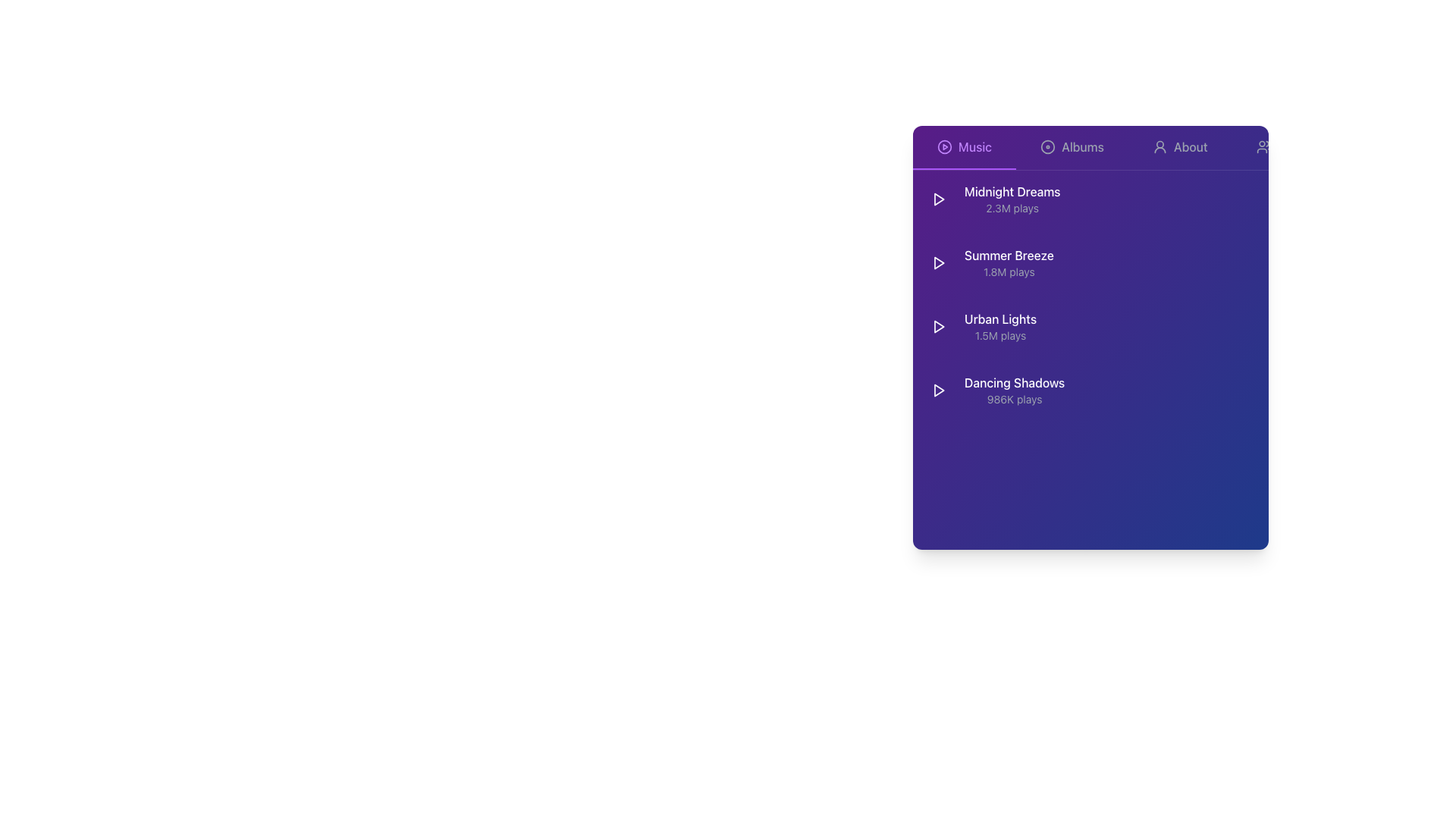 The image size is (1456, 819). What do you see at coordinates (938, 326) in the screenshot?
I see `the play icon resembling a triangular shape pointing rightward, located in the list aligned with the entry labeled 'Urban Lights', to play the media` at bounding box center [938, 326].